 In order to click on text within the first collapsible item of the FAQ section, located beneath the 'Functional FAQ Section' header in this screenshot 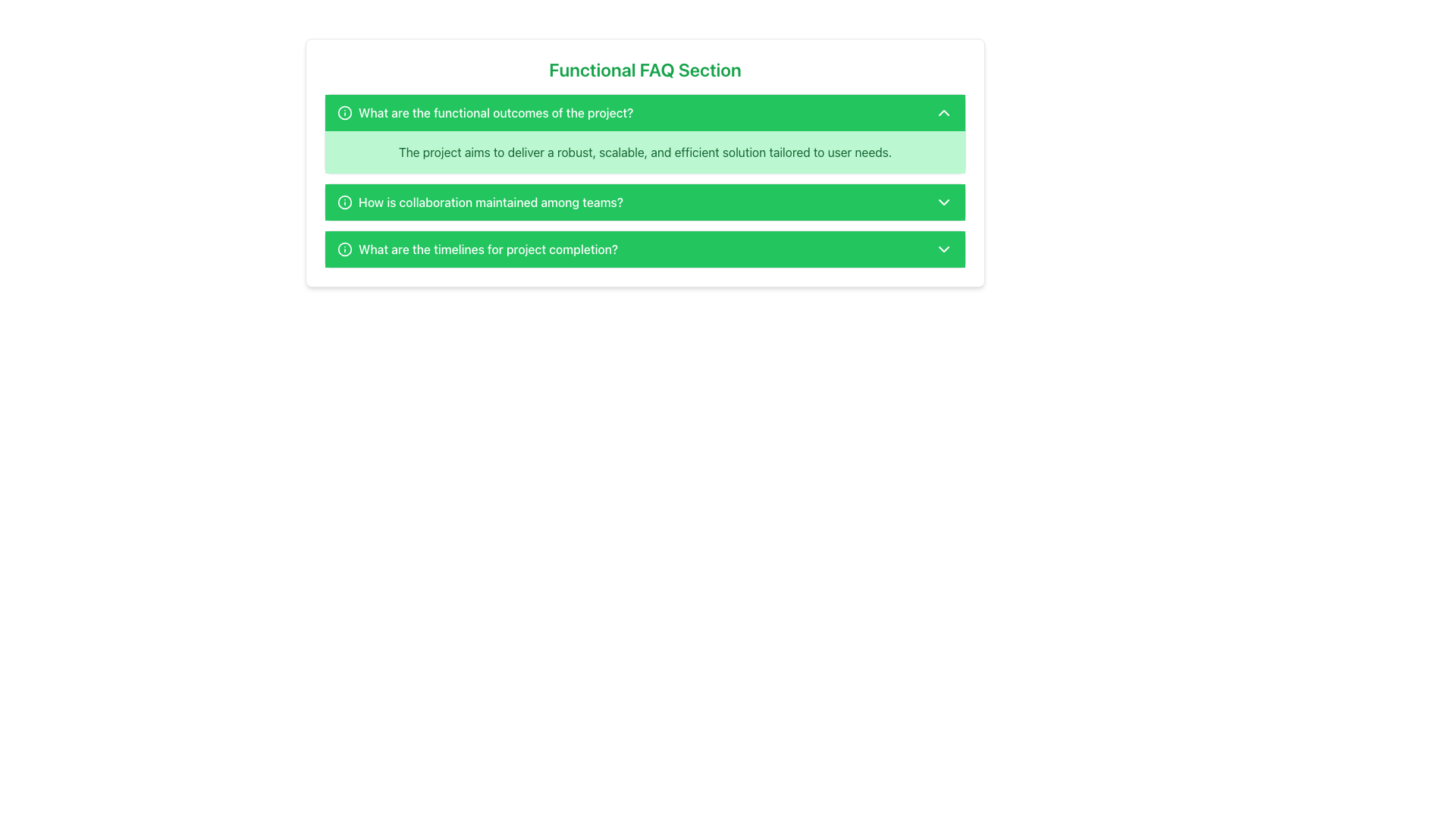, I will do `click(645, 180)`.